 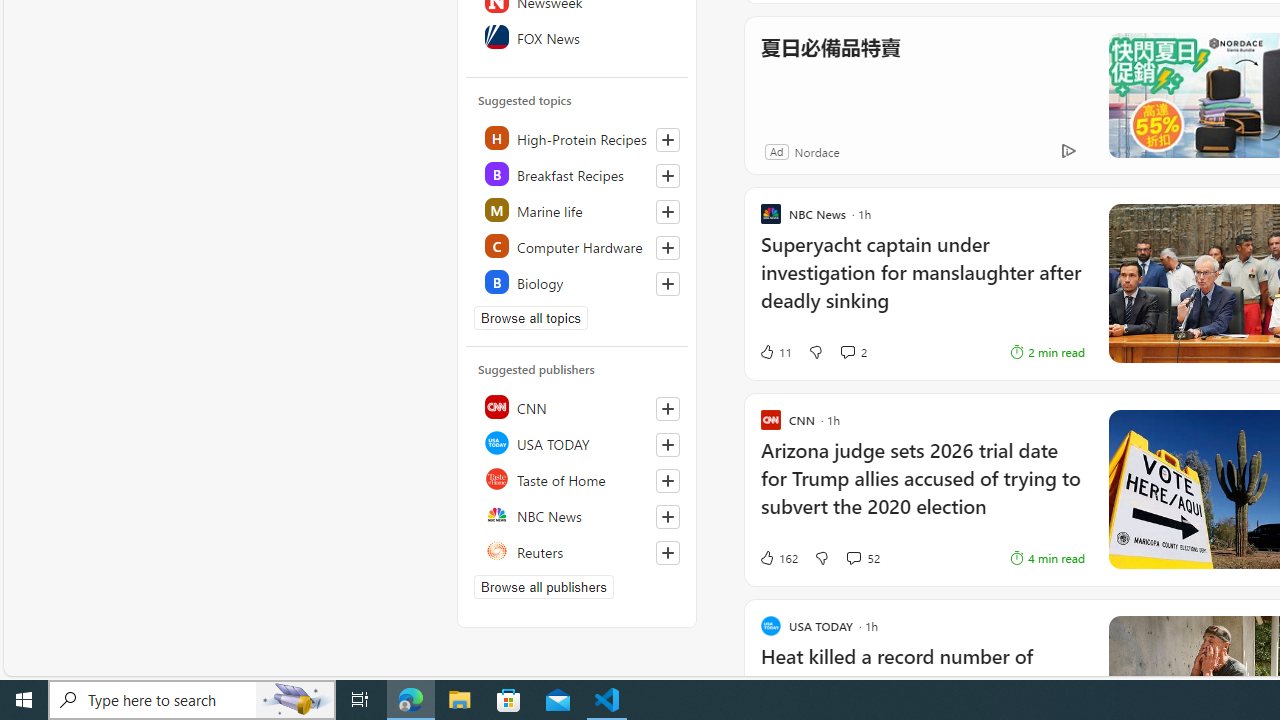 What do you see at coordinates (577, 37) in the screenshot?
I see `'FOX News'` at bounding box center [577, 37].